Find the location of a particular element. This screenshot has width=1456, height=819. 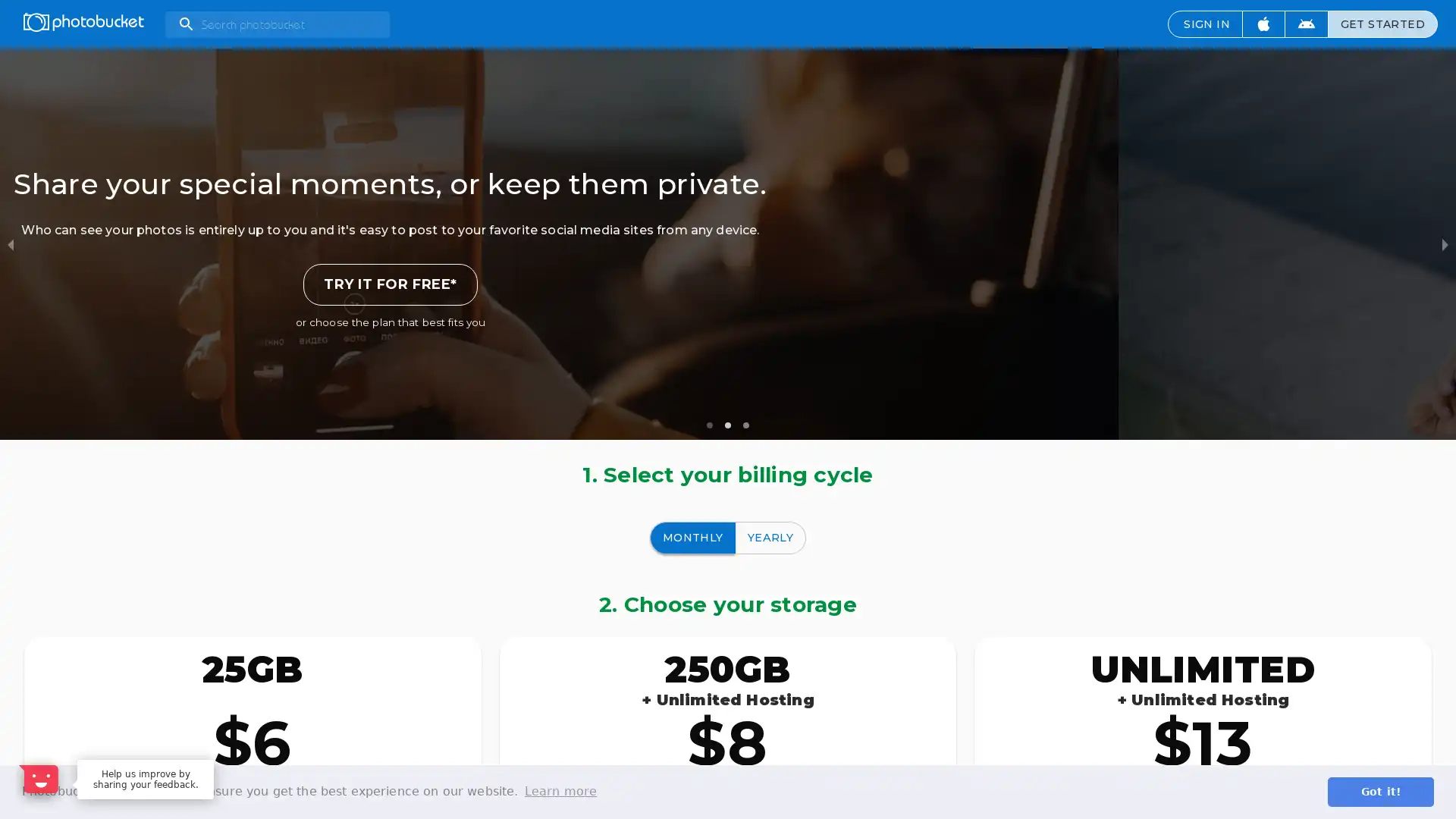

SIGN IN is located at coordinates (1203, 24).